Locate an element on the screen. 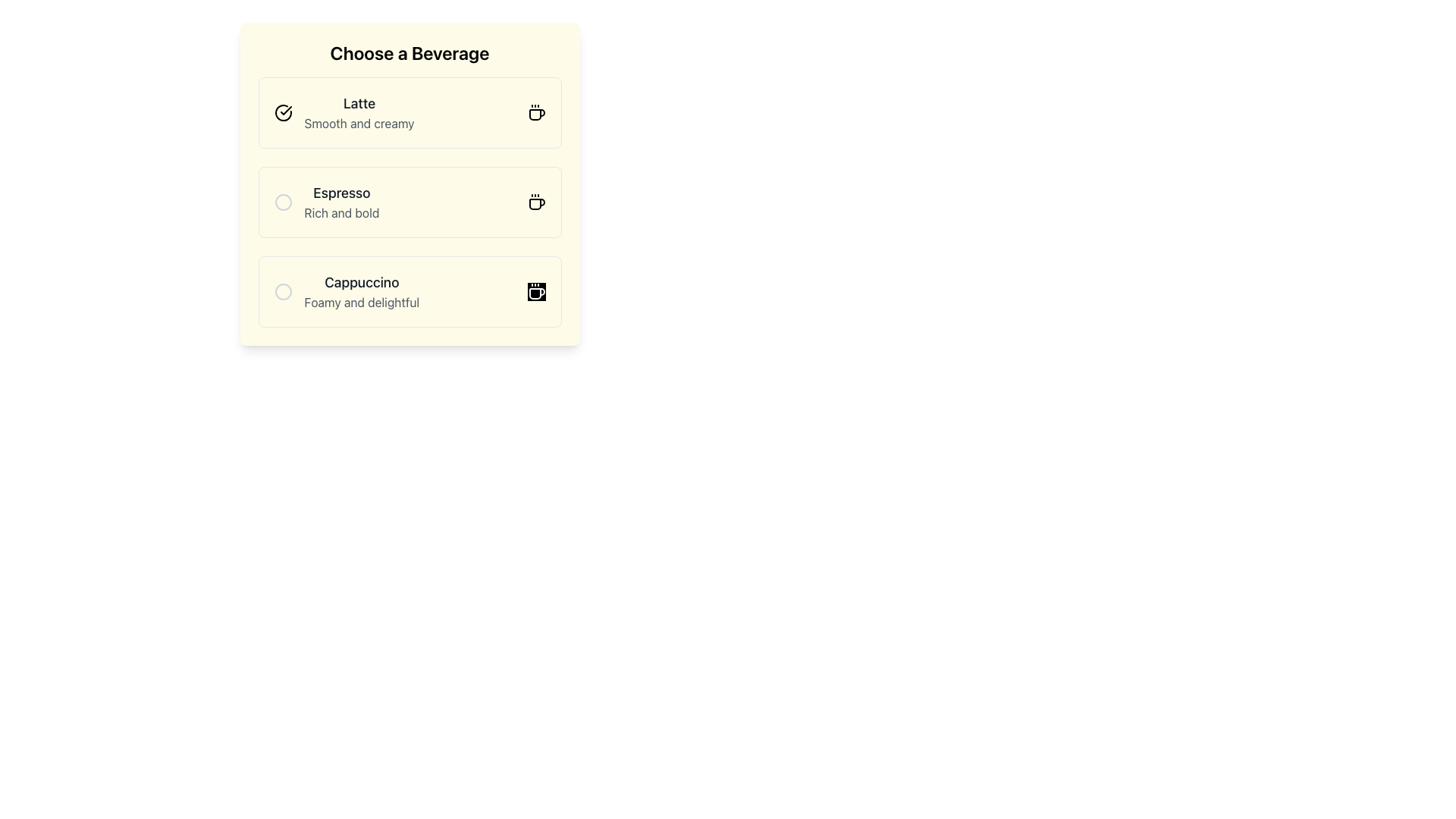 The image size is (1456, 819). the selectable list item for 'Espresso' located between 'Latte' and 'Cappuccino' is located at coordinates (409, 201).